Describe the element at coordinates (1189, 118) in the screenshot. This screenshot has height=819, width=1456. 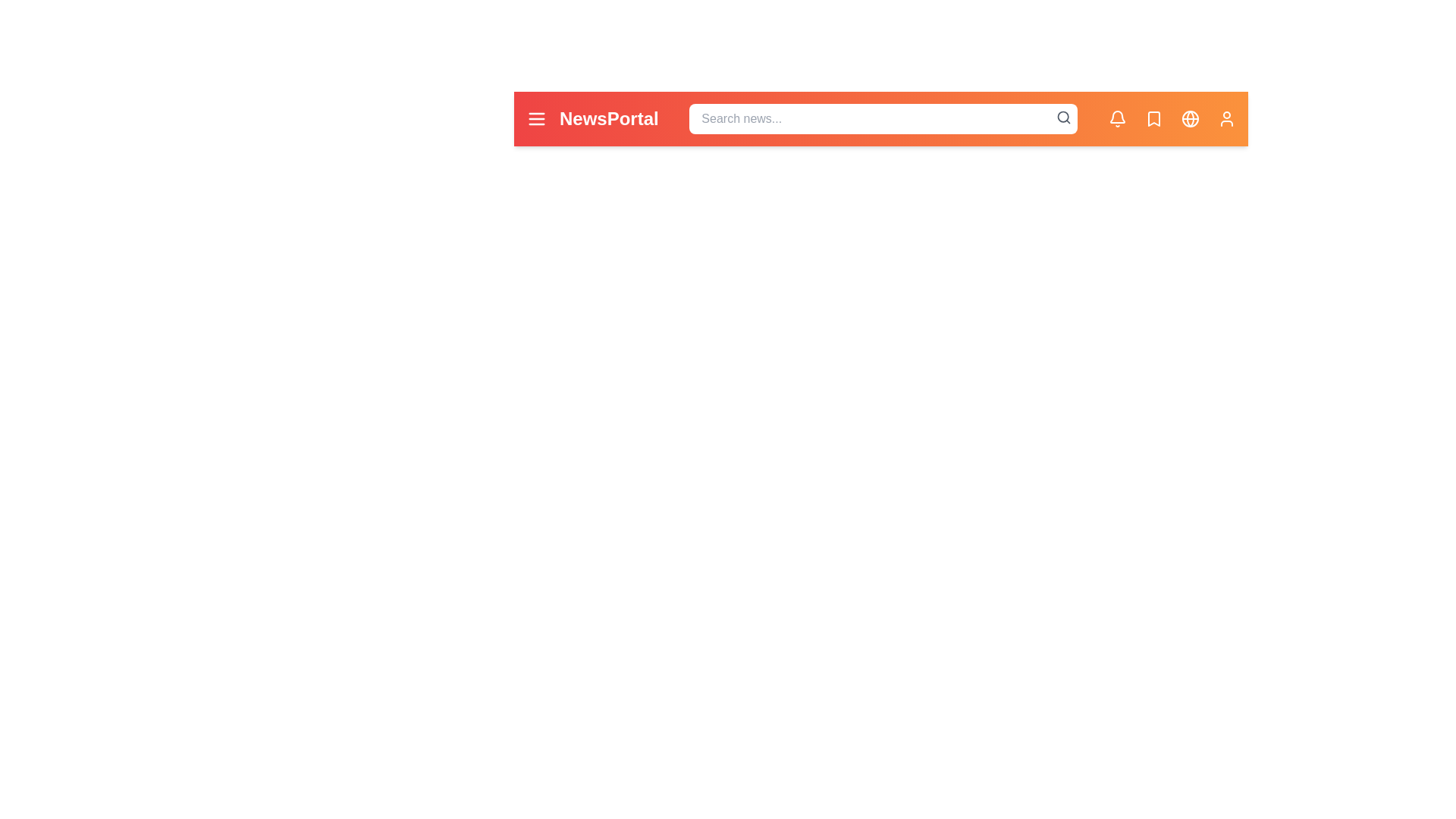
I see `the globe icon to open the language settings` at that location.